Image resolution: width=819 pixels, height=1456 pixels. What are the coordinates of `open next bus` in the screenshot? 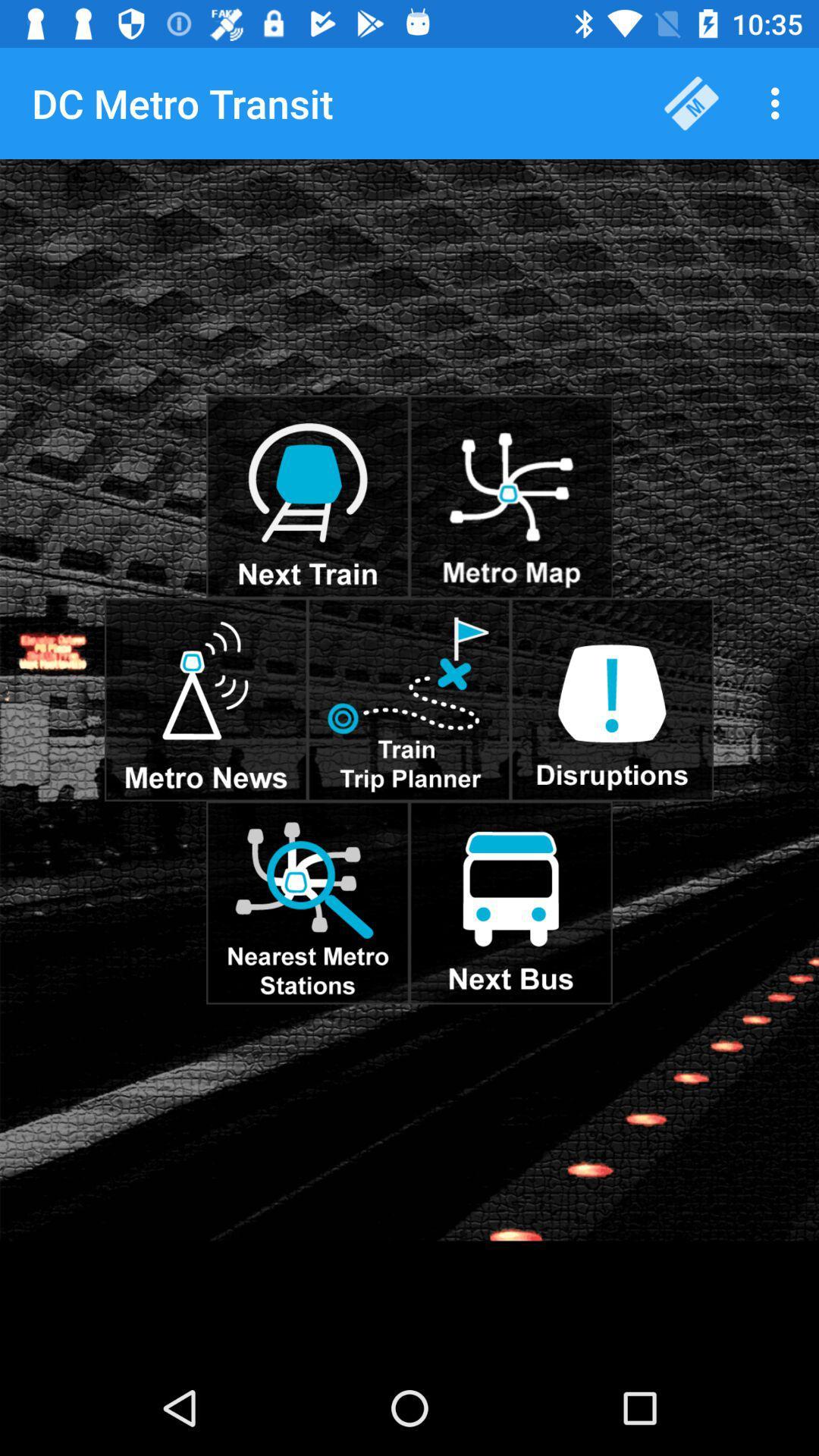 It's located at (510, 902).